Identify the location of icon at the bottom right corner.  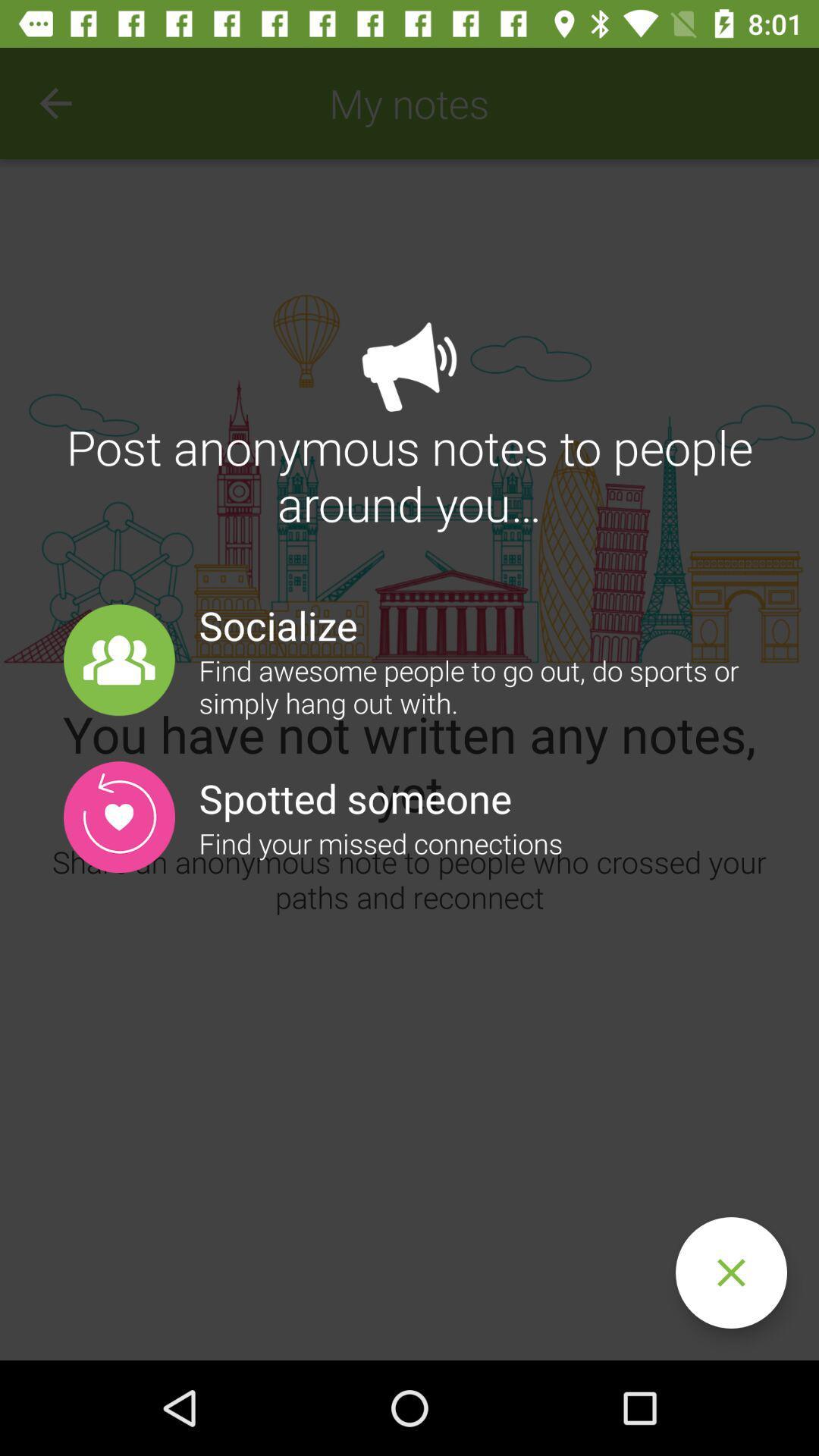
(730, 1272).